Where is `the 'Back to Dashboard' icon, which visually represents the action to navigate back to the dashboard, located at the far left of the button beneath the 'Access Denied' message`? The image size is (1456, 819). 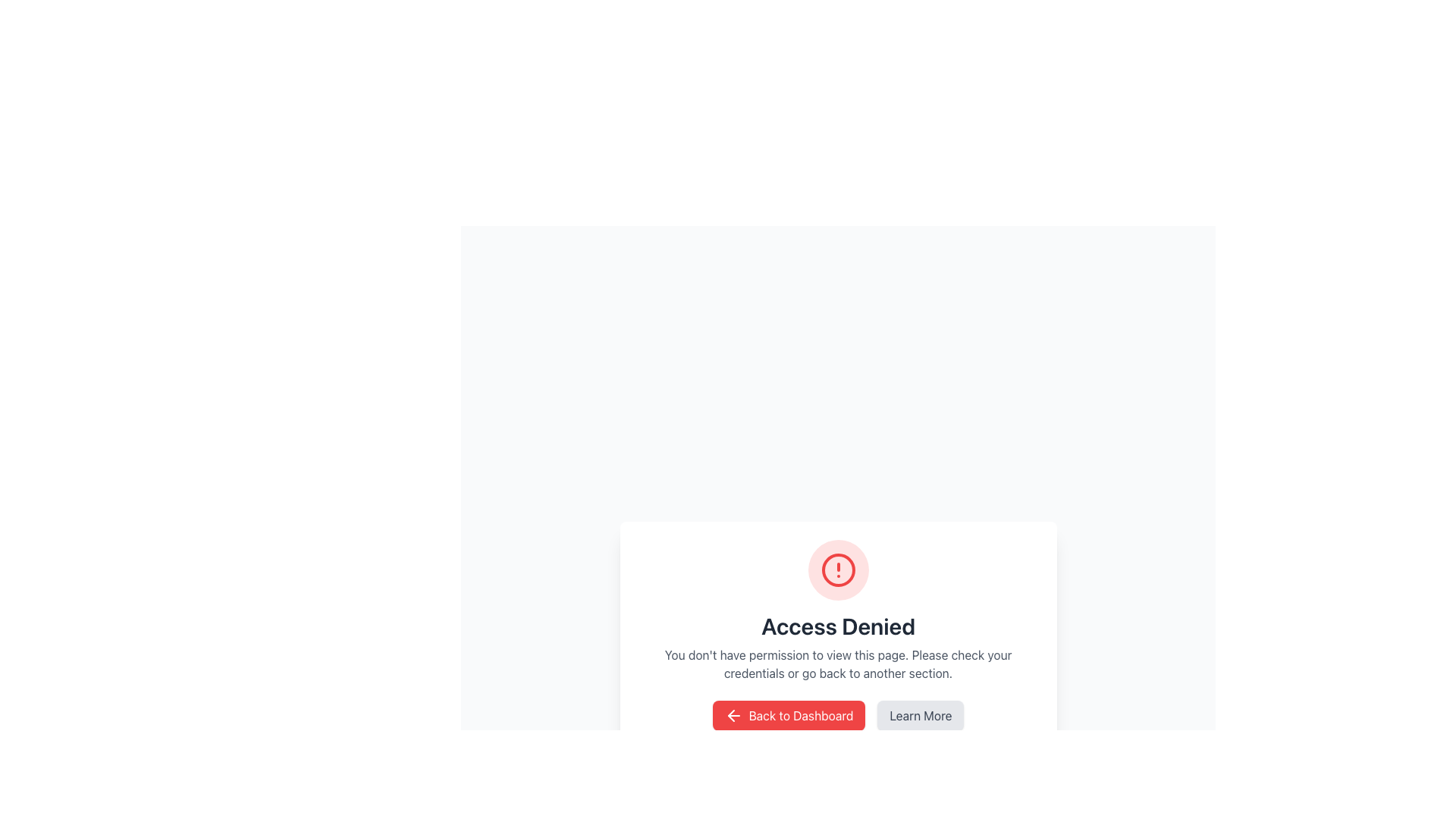
the 'Back to Dashboard' icon, which visually represents the action to navigate back to the dashboard, located at the far left of the button beneath the 'Access Denied' message is located at coordinates (733, 716).